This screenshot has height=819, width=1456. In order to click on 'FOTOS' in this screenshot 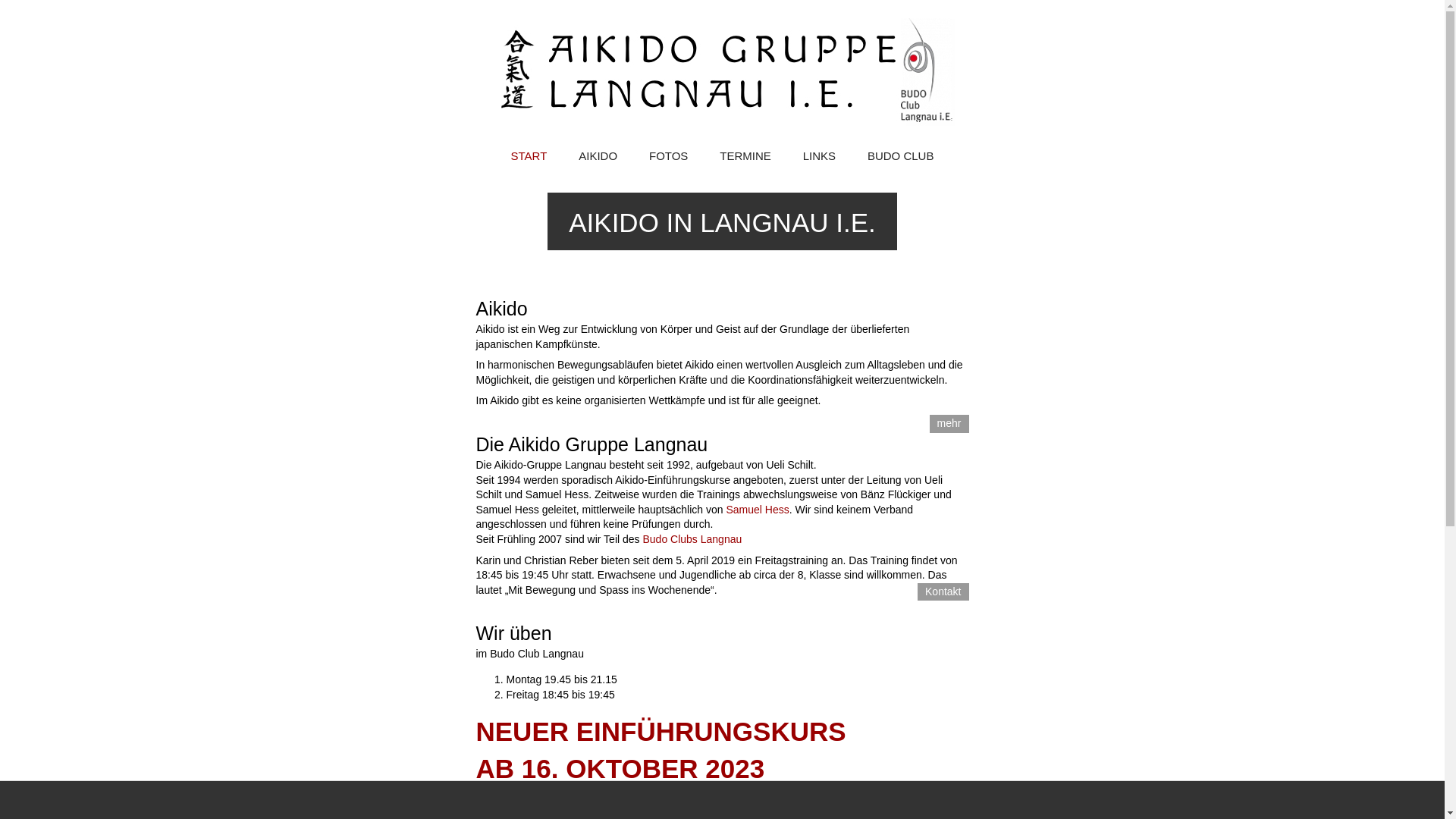, I will do `click(667, 157)`.